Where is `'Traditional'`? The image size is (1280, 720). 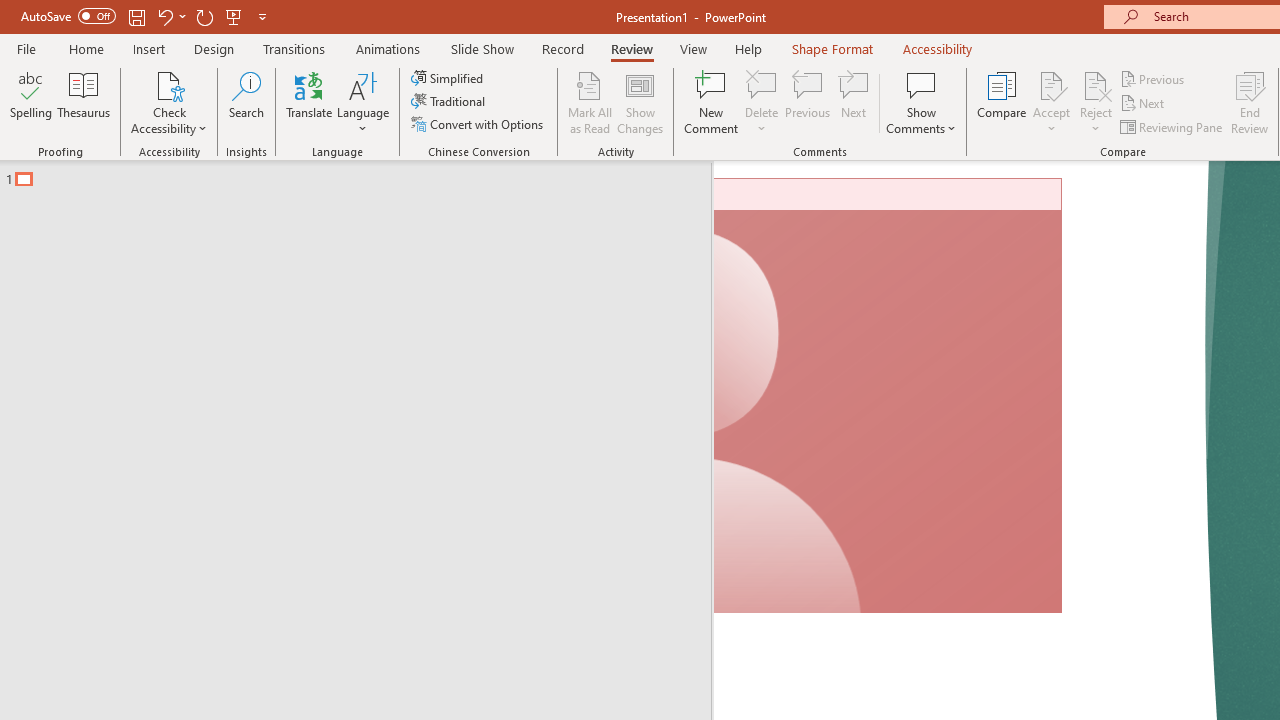 'Traditional' is located at coordinates (448, 101).